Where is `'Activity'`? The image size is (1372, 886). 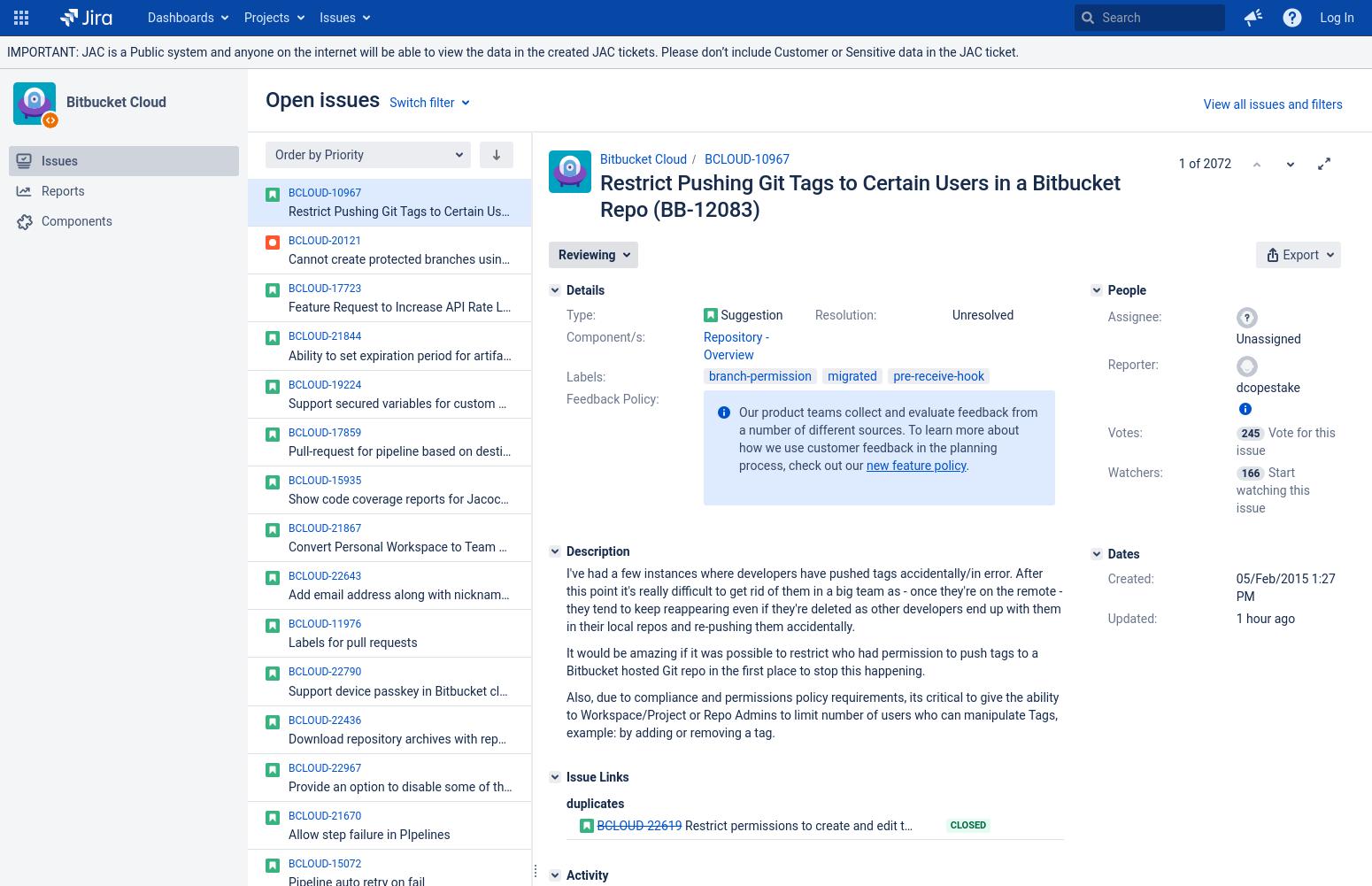
'Activity' is located at coordinates (565, 874).